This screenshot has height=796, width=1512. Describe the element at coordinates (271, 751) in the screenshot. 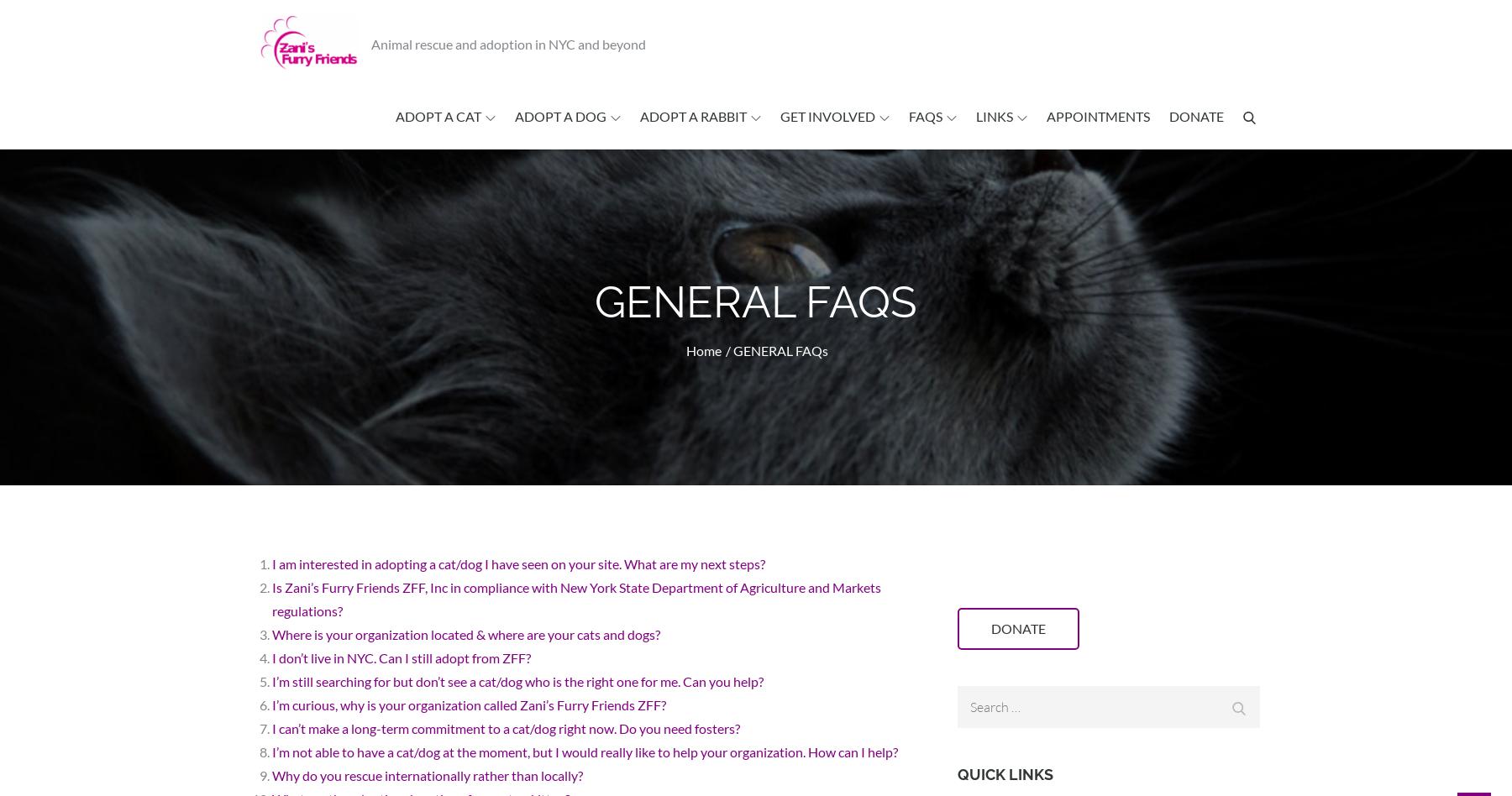

I see `'I’m not able to have a cat/dog at the moment, but I would really like to help your organization. How can I help?'` at that location.